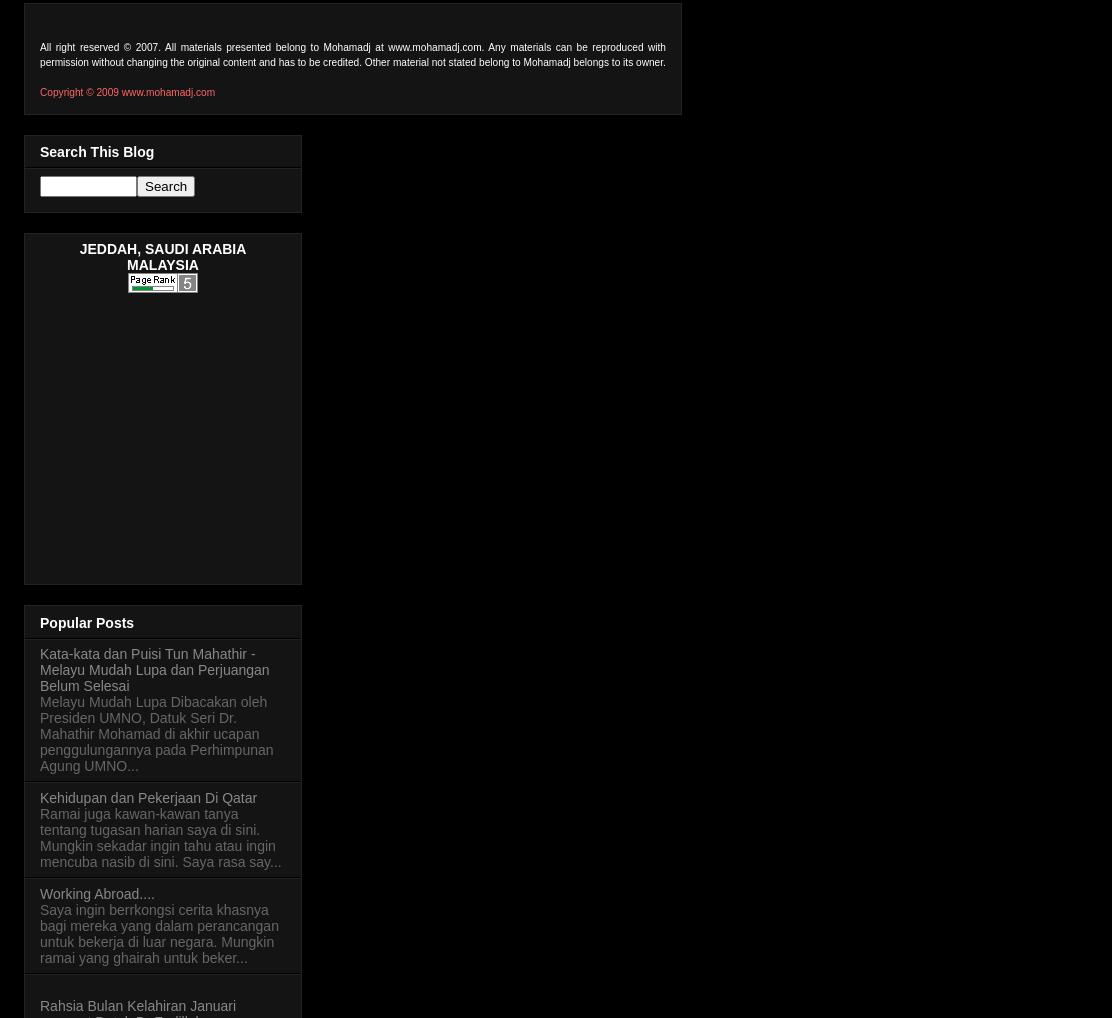 Image resolution: width=1112 pixels, height=1018 pixels. Describe the element at coordinates (40, 892) in the screenshot. I see `'Working Abroad....'` at that location.